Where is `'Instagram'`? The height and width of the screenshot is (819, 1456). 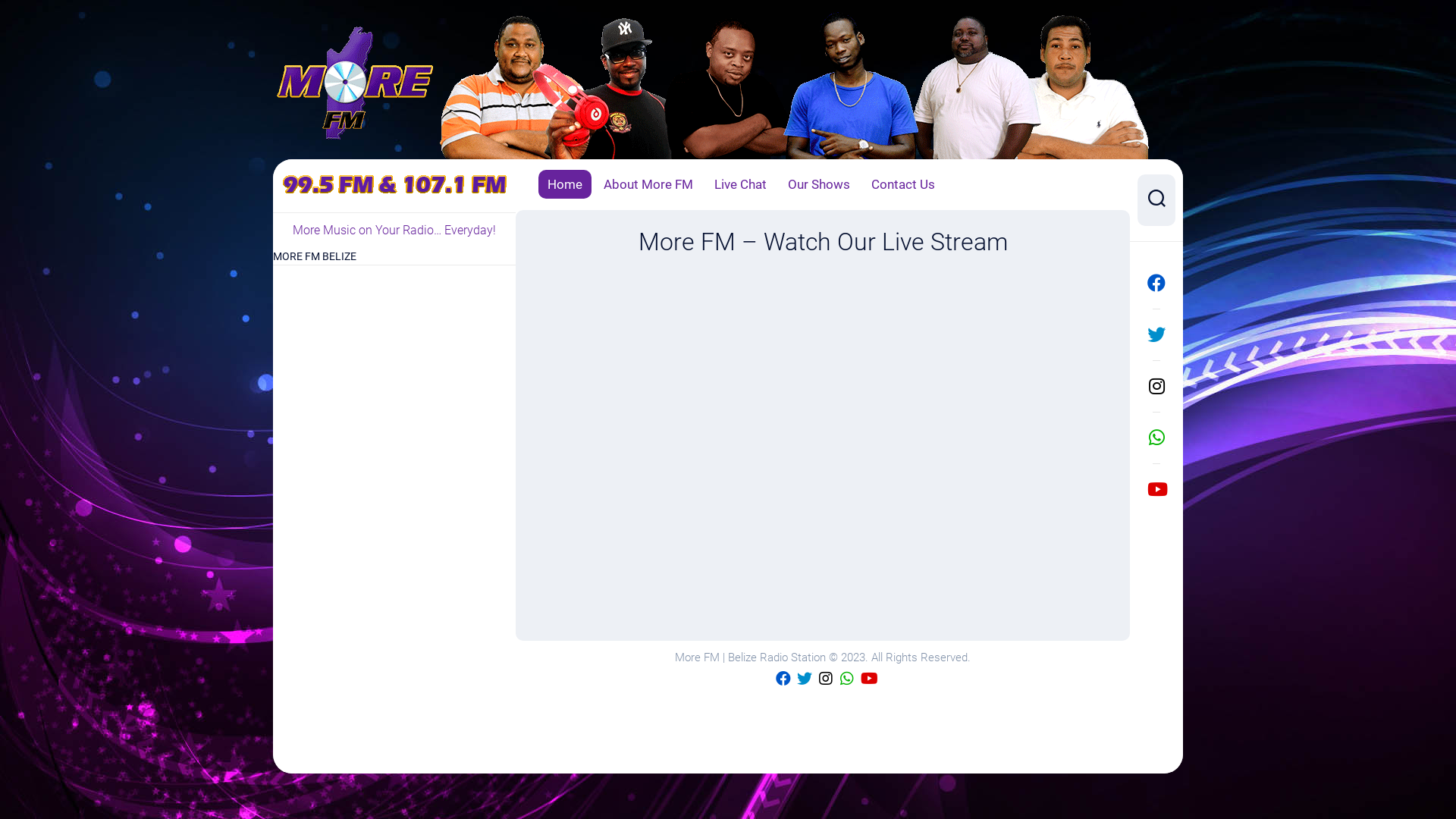
'Instagram' is located at coordinates (1137, 385).